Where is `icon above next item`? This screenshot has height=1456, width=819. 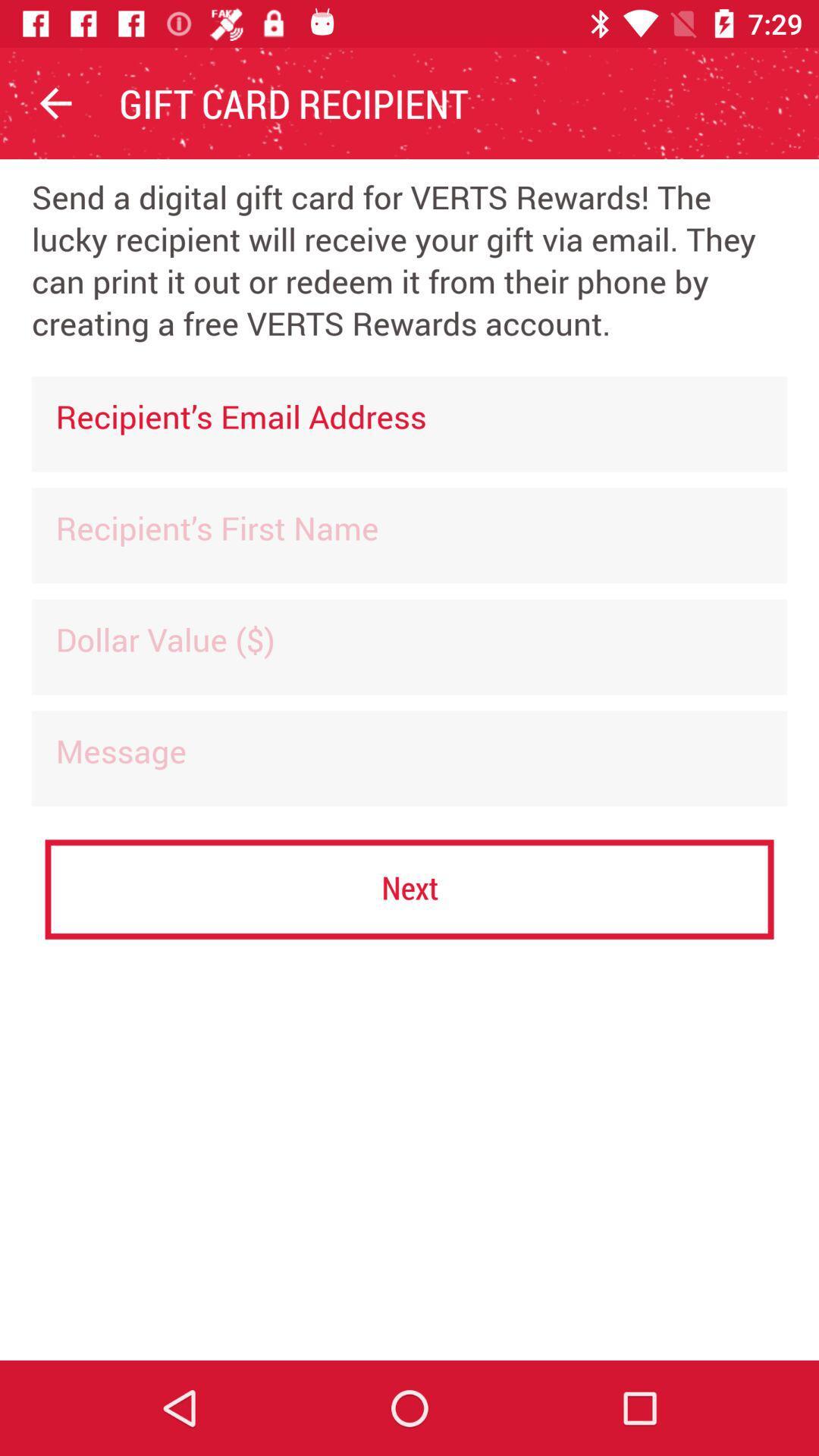 icon above next item is located at coordinates (409, 758).